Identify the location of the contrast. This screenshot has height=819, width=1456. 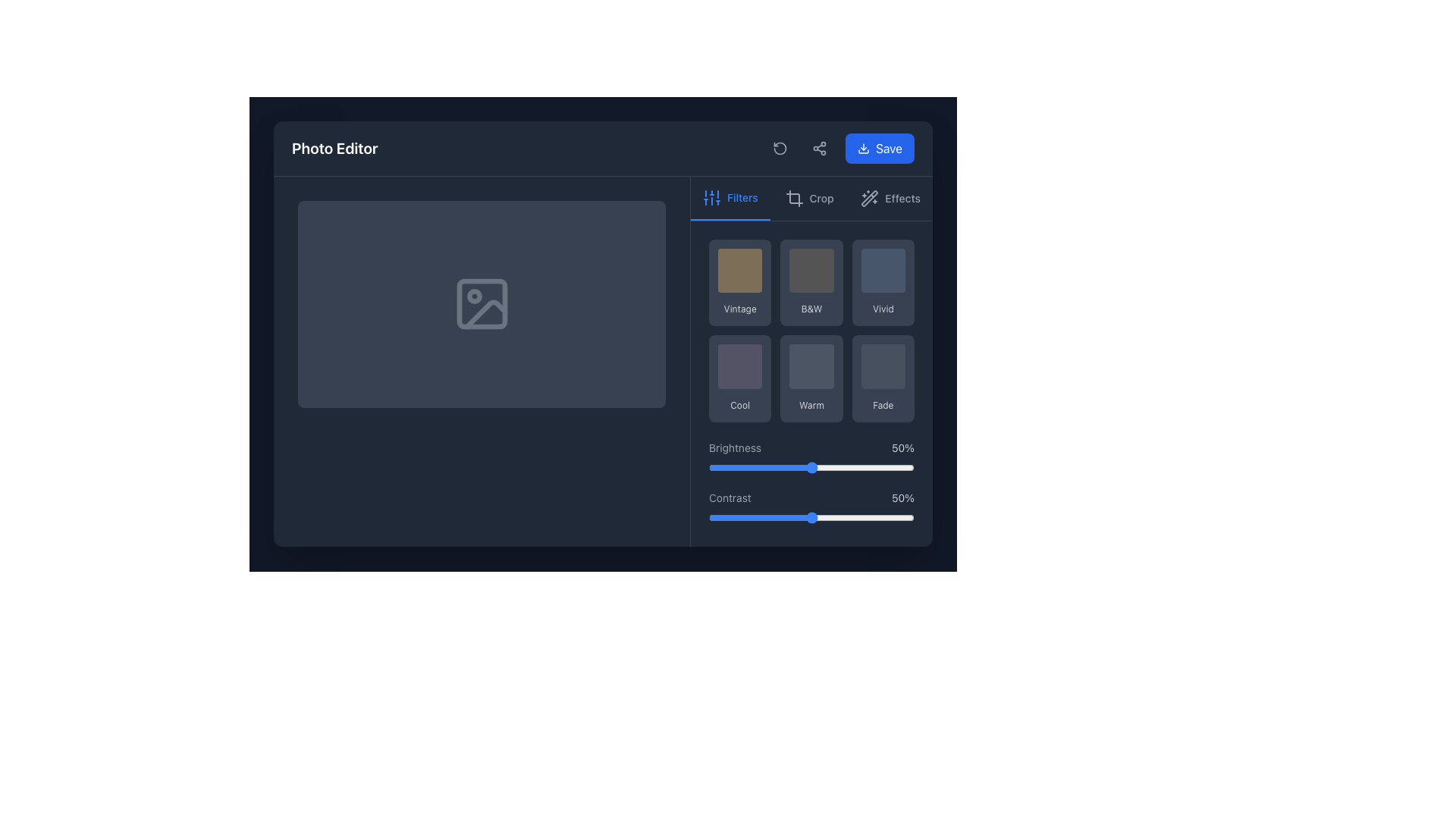
(877, 516).